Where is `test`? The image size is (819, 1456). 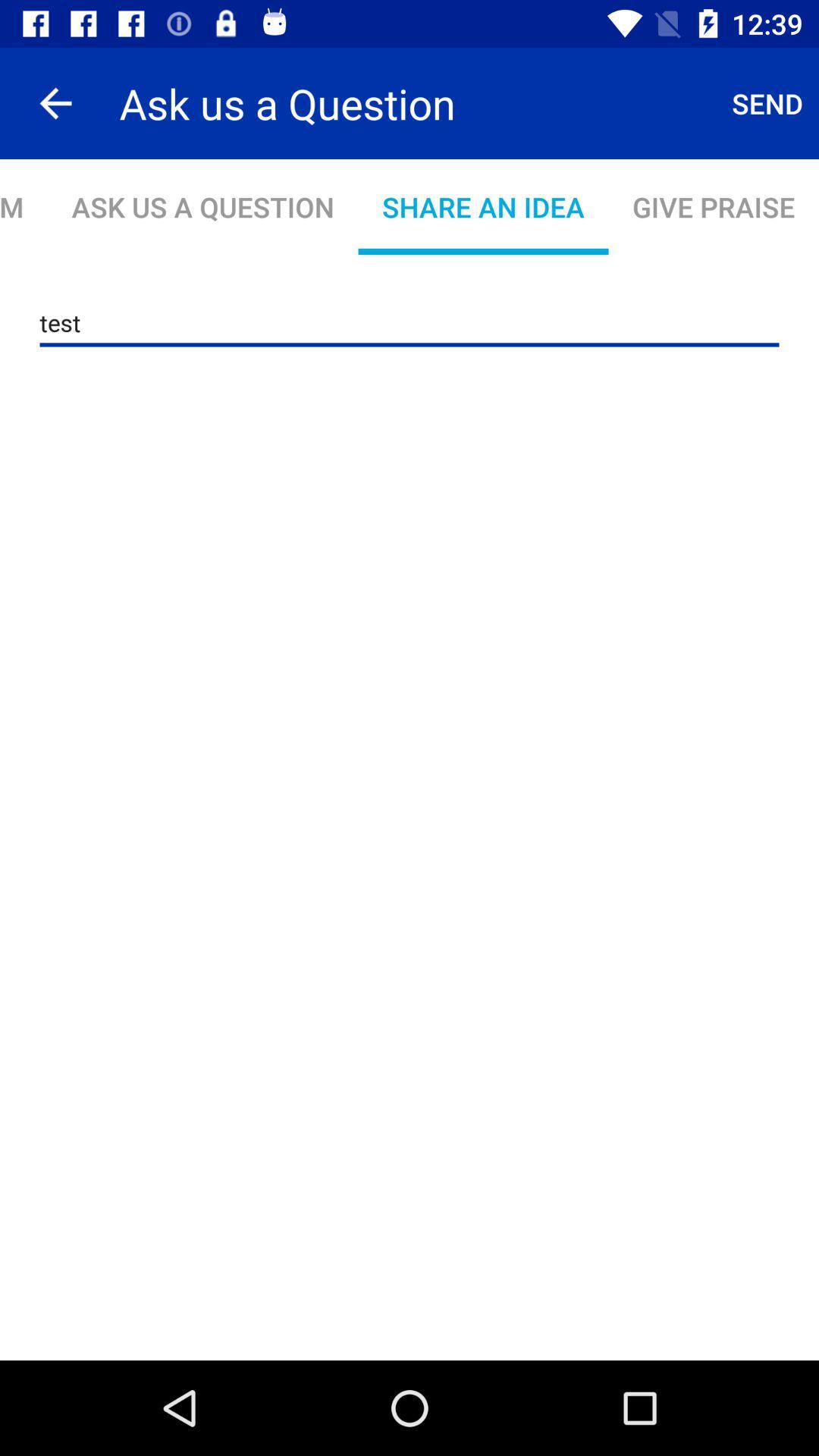 test is located at coordinates (409, 322).